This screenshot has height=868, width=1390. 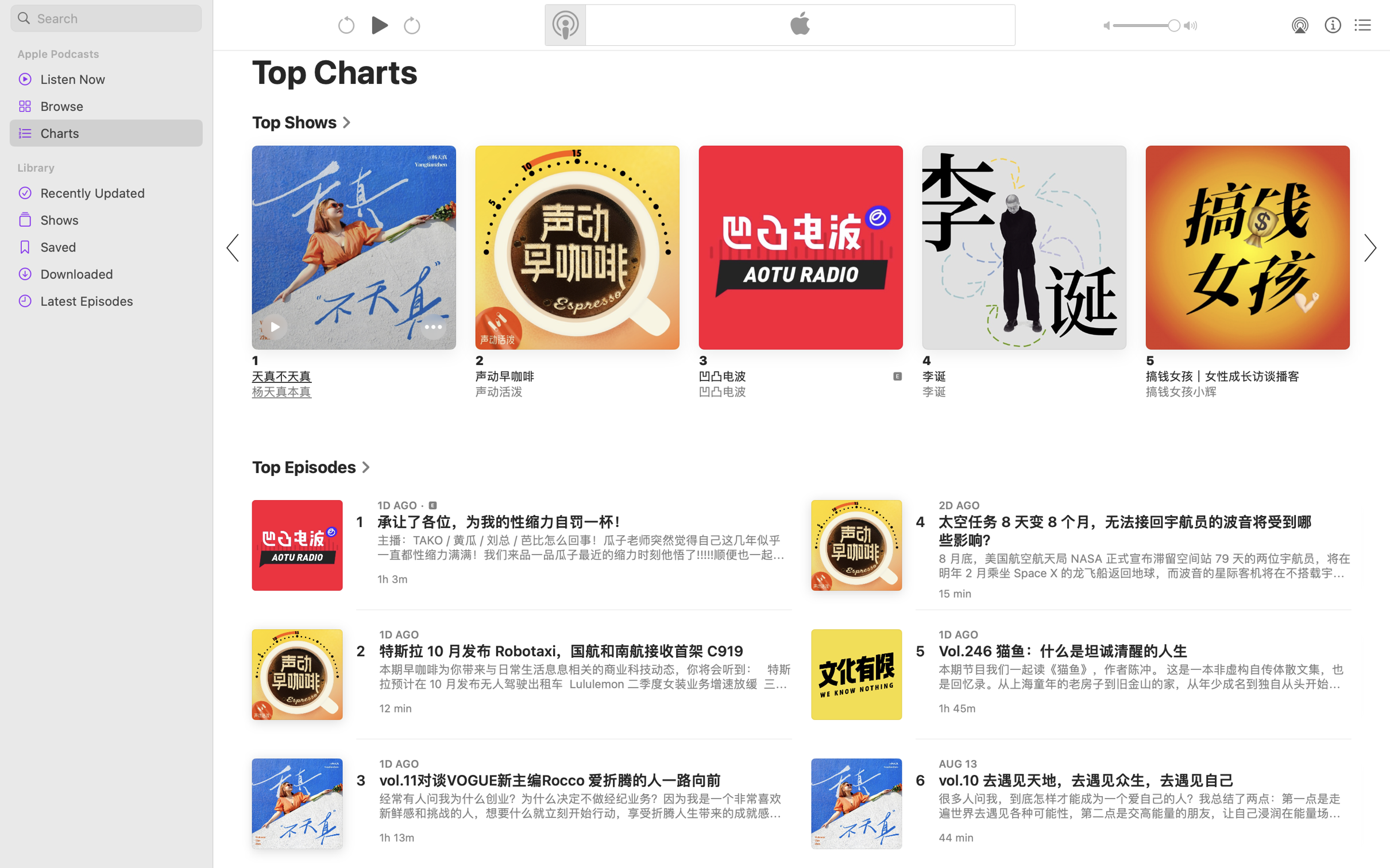 What do you see at coordinates (1146, 25) in the screenshot?
I see `'1.0'` at bounding box center [1146, 25].